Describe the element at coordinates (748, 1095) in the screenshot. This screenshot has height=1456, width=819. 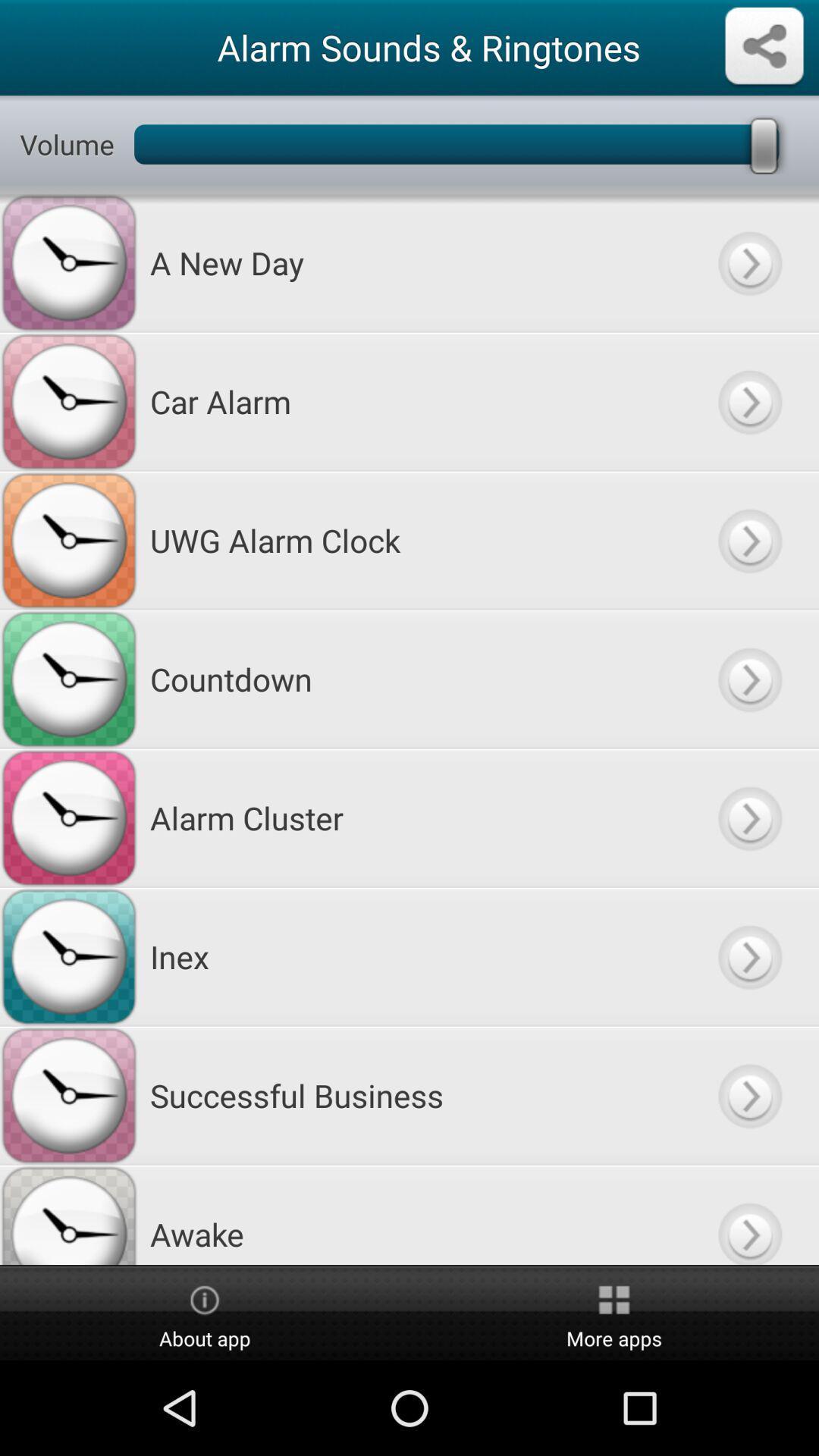
I see `sound` at that location.